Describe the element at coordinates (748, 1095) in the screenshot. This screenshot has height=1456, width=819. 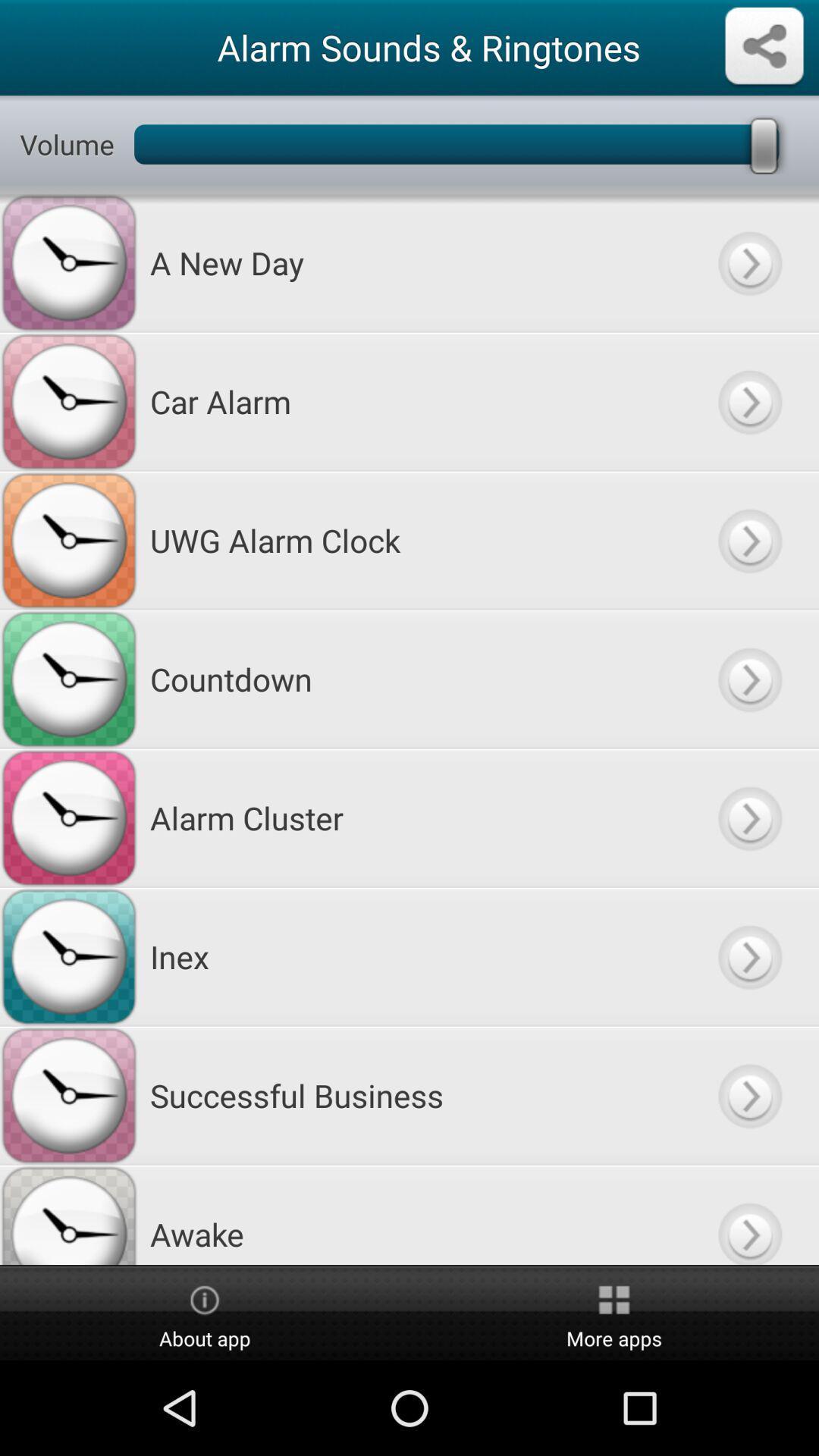
I see `sound` at that location.